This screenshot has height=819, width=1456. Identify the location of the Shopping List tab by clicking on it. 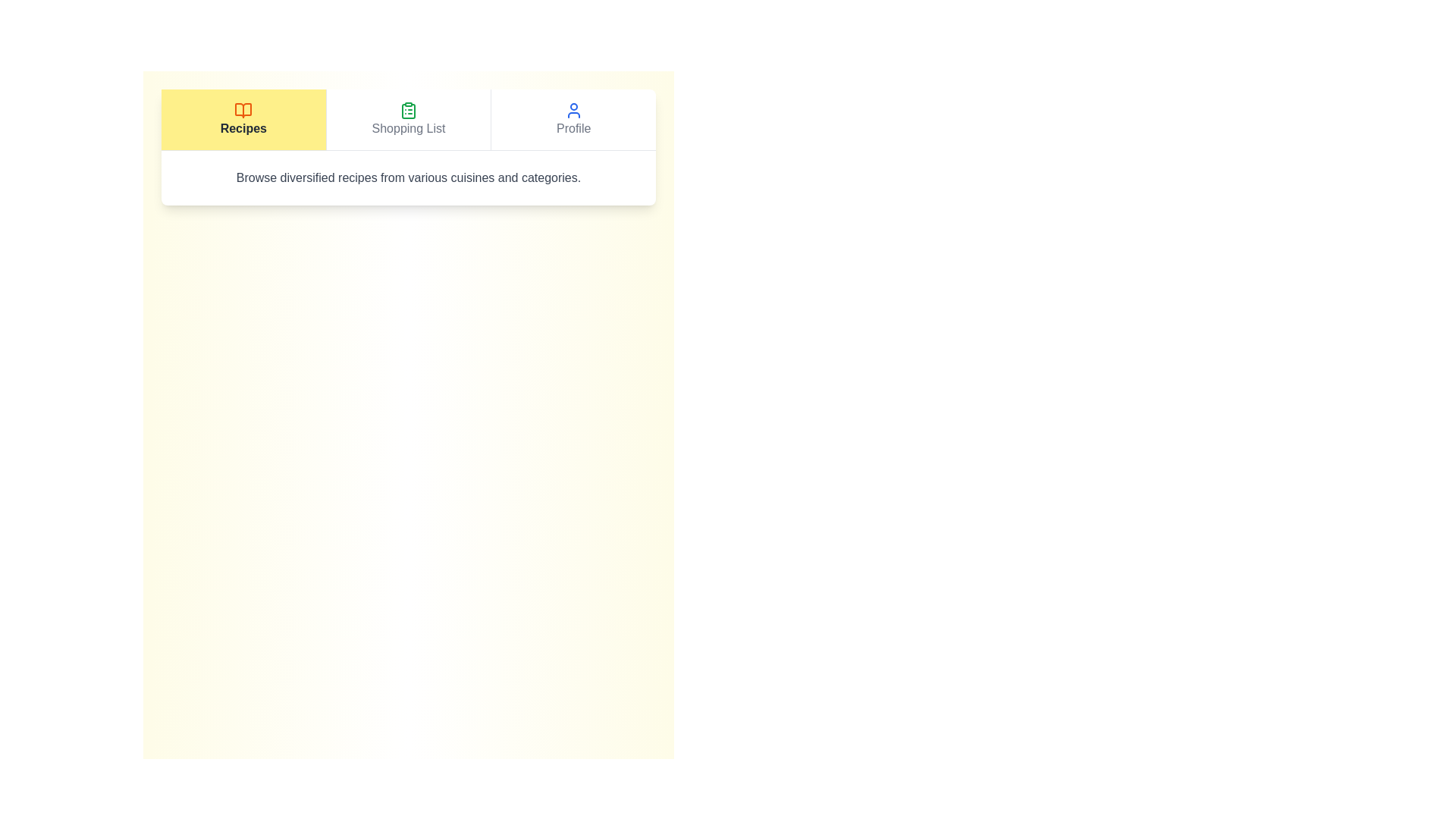
(407, 119).